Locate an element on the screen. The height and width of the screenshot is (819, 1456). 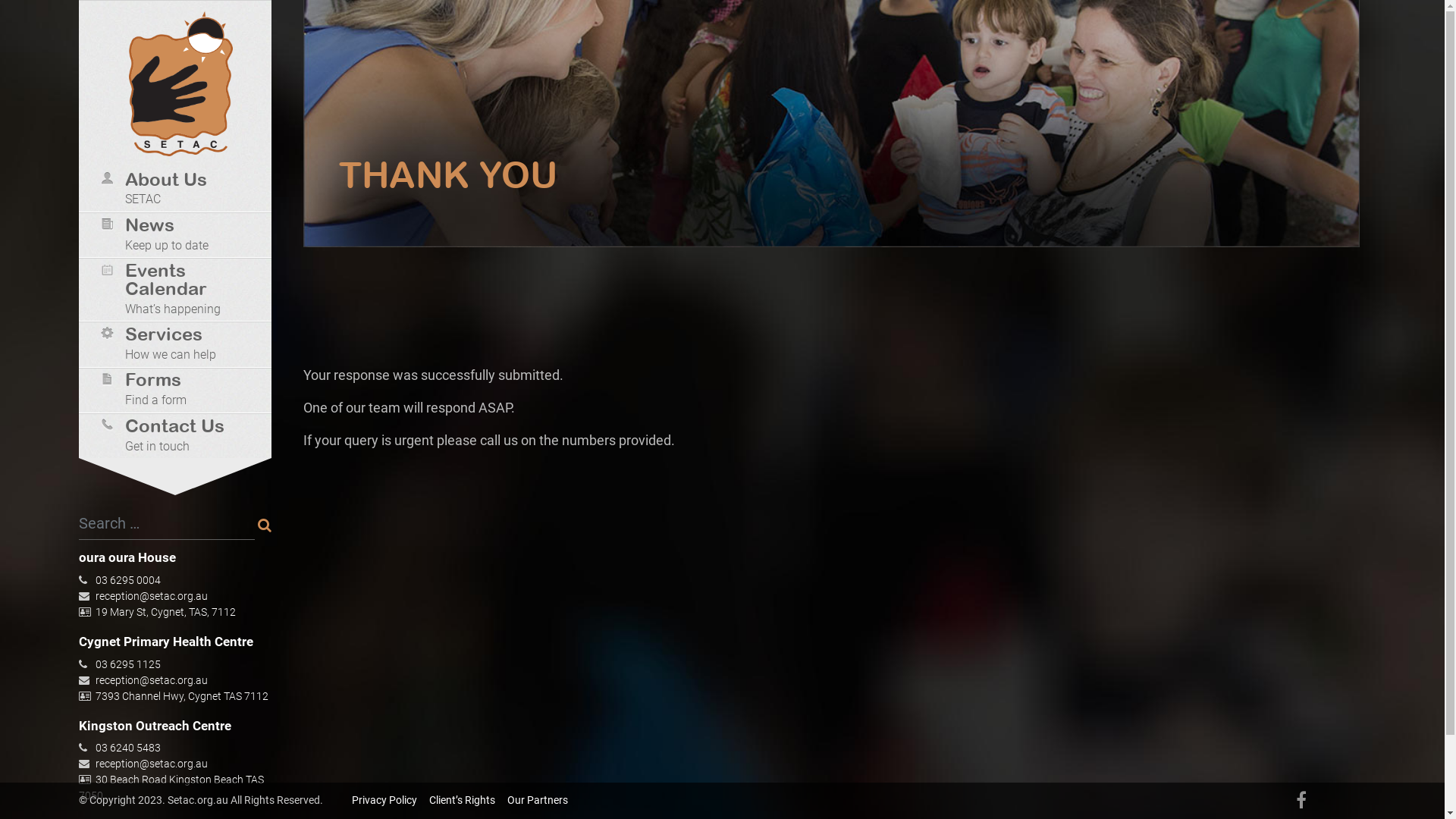
'Privacy Policy' is located at coordinates (384, 799).